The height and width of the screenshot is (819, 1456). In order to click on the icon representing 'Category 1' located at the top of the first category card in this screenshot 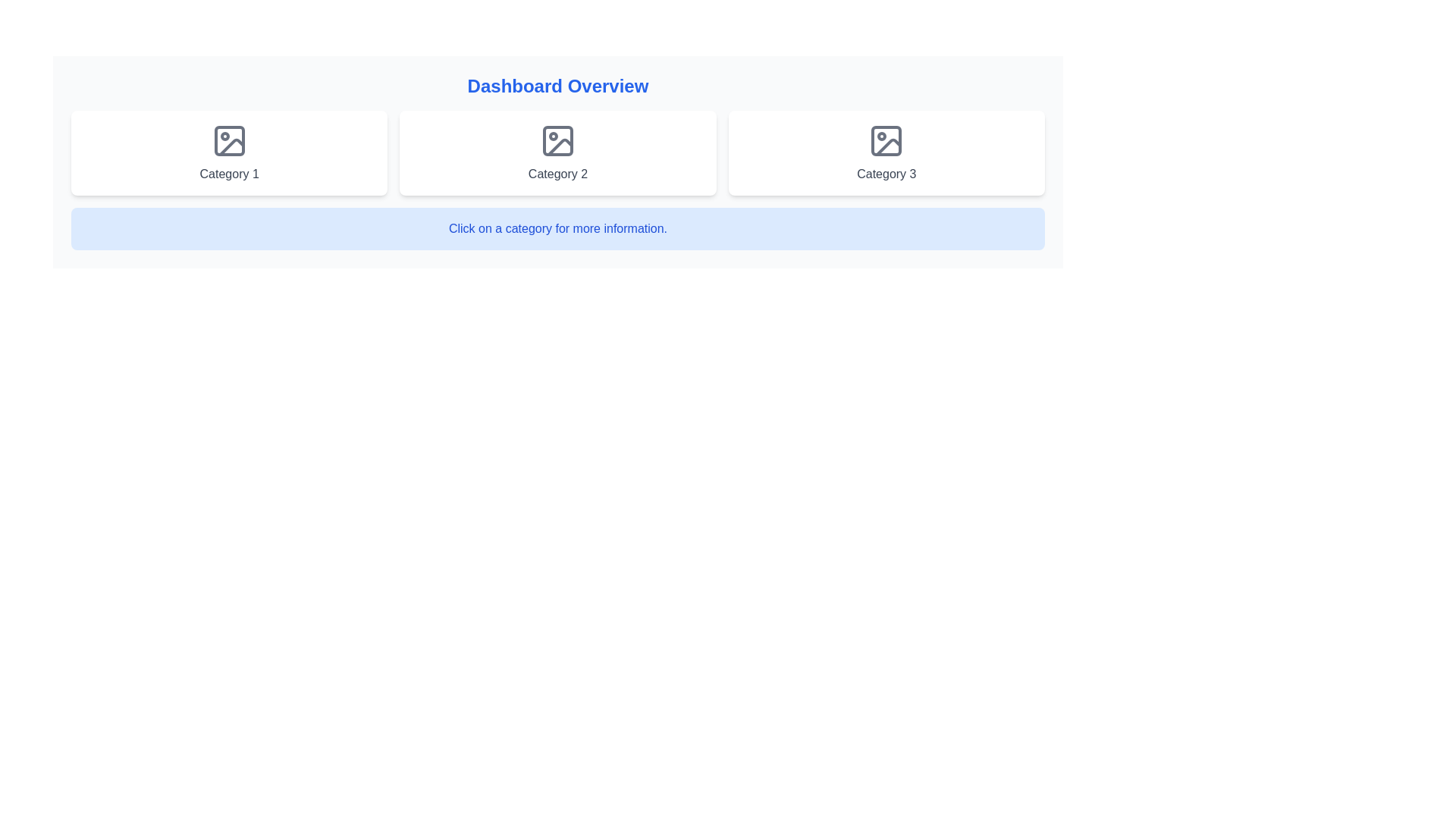, I will do `click(228, 140)`.